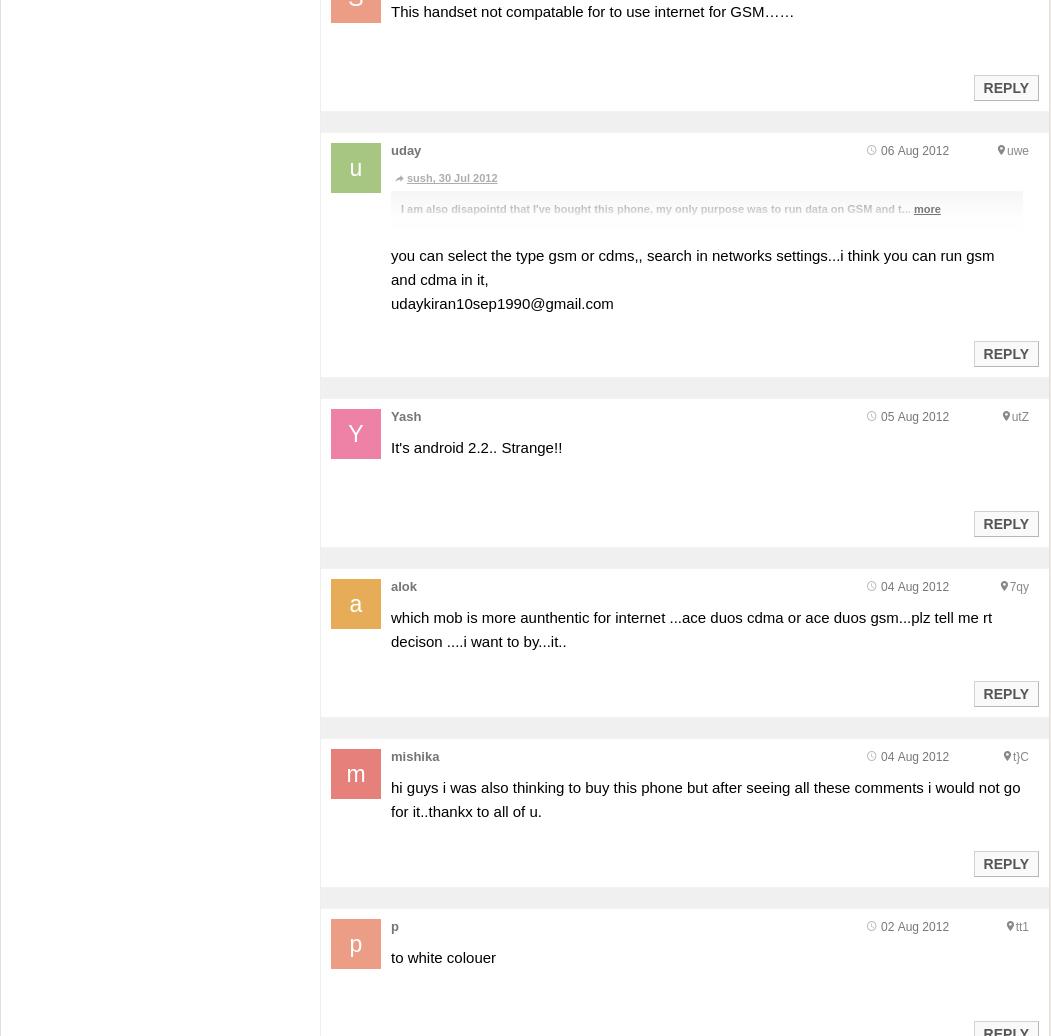 The width and height of the screenshot is (1051, 1036). What do you see at coordinates (915, 925) in the screenshot?
I see `'02 Aug 2012'` at bounding box center [915, 925].